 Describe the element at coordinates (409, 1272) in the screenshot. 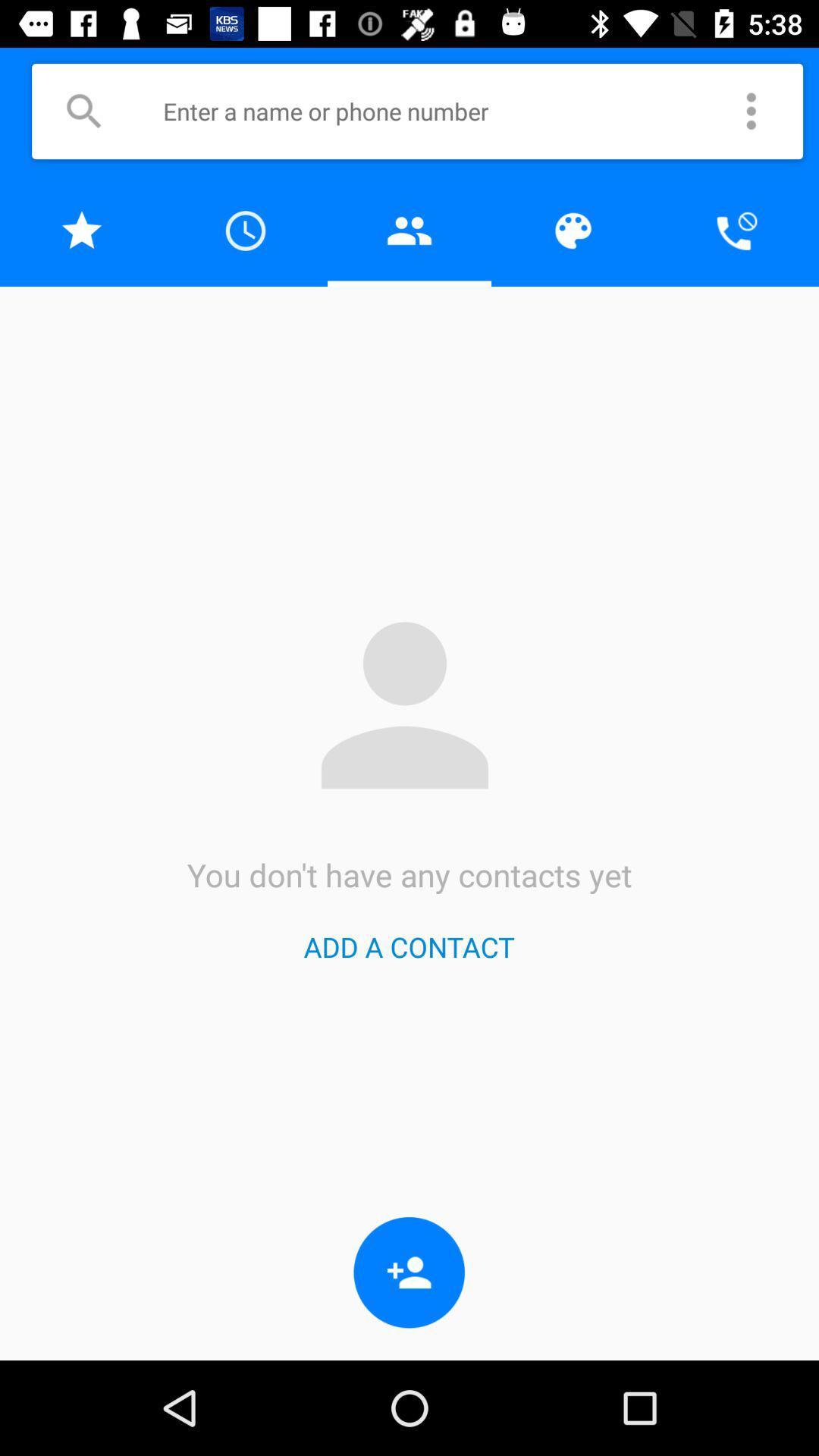

I see `the follow icon` at that location.